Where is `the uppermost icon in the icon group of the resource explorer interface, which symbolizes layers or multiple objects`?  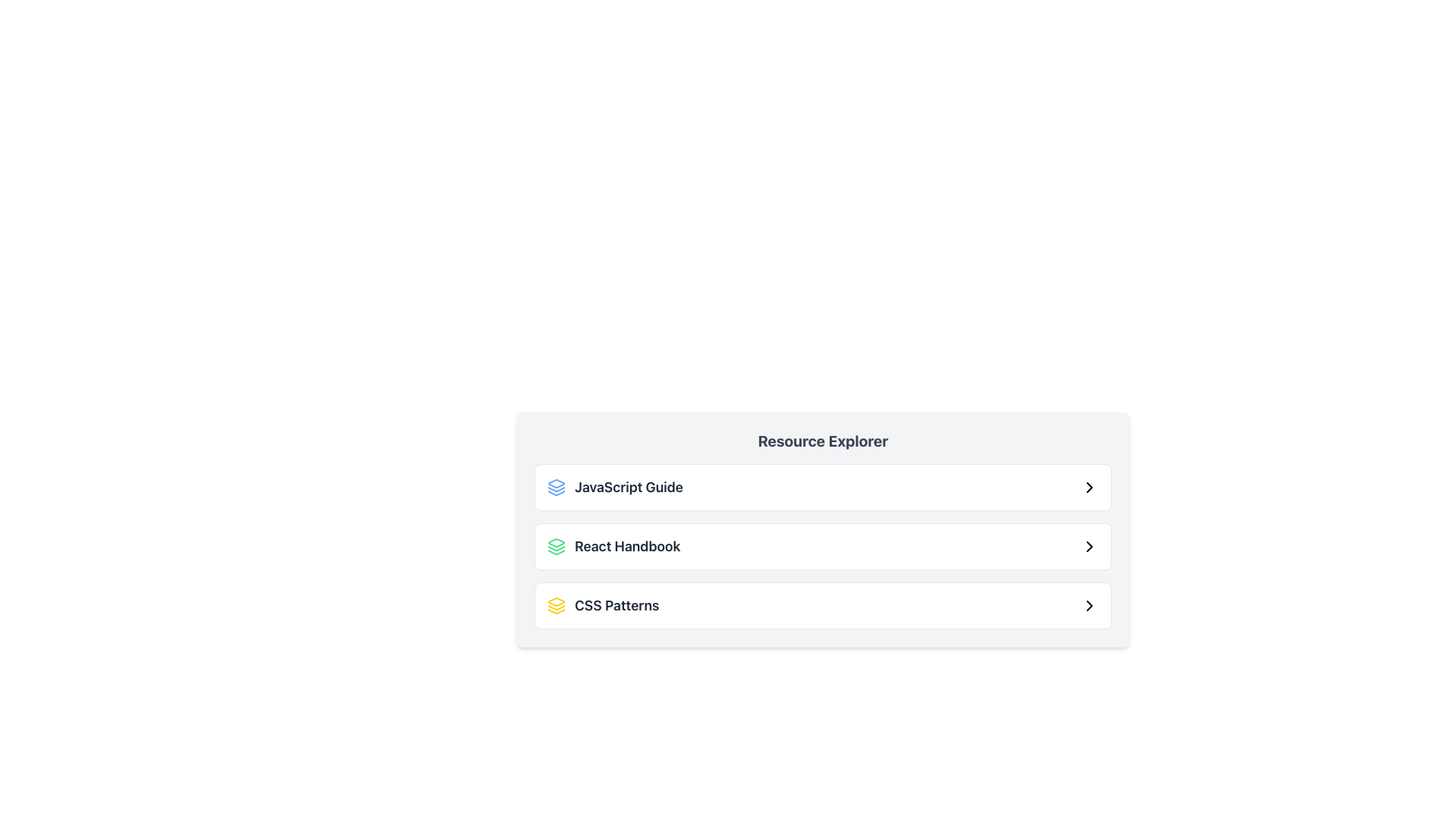 the uppermost icon in the icon group of the resource explorer interface, which symbolizes layers or multiple objects is located at coordinates (556, 483).